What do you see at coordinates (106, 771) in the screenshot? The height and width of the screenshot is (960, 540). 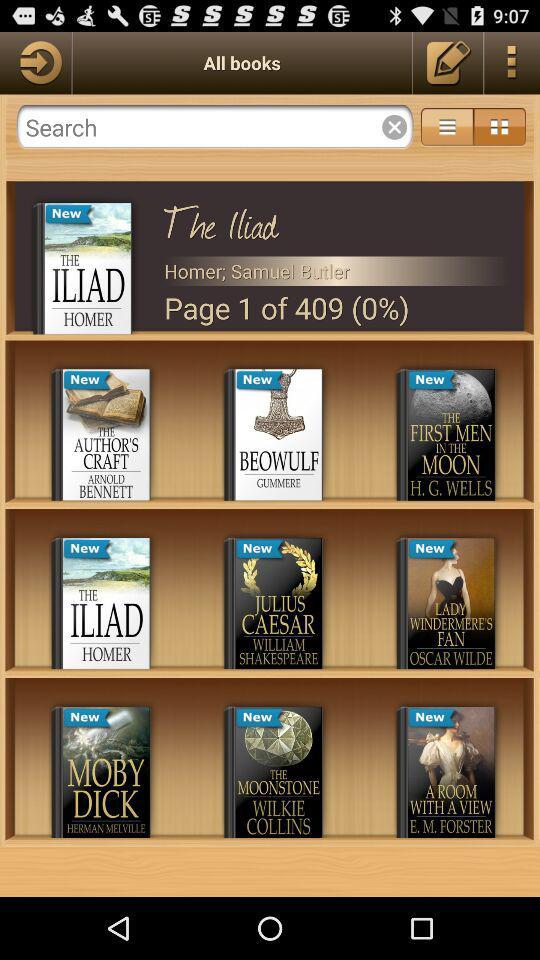 I see `first icon in third row of the page` at bounding box center [106, 771].